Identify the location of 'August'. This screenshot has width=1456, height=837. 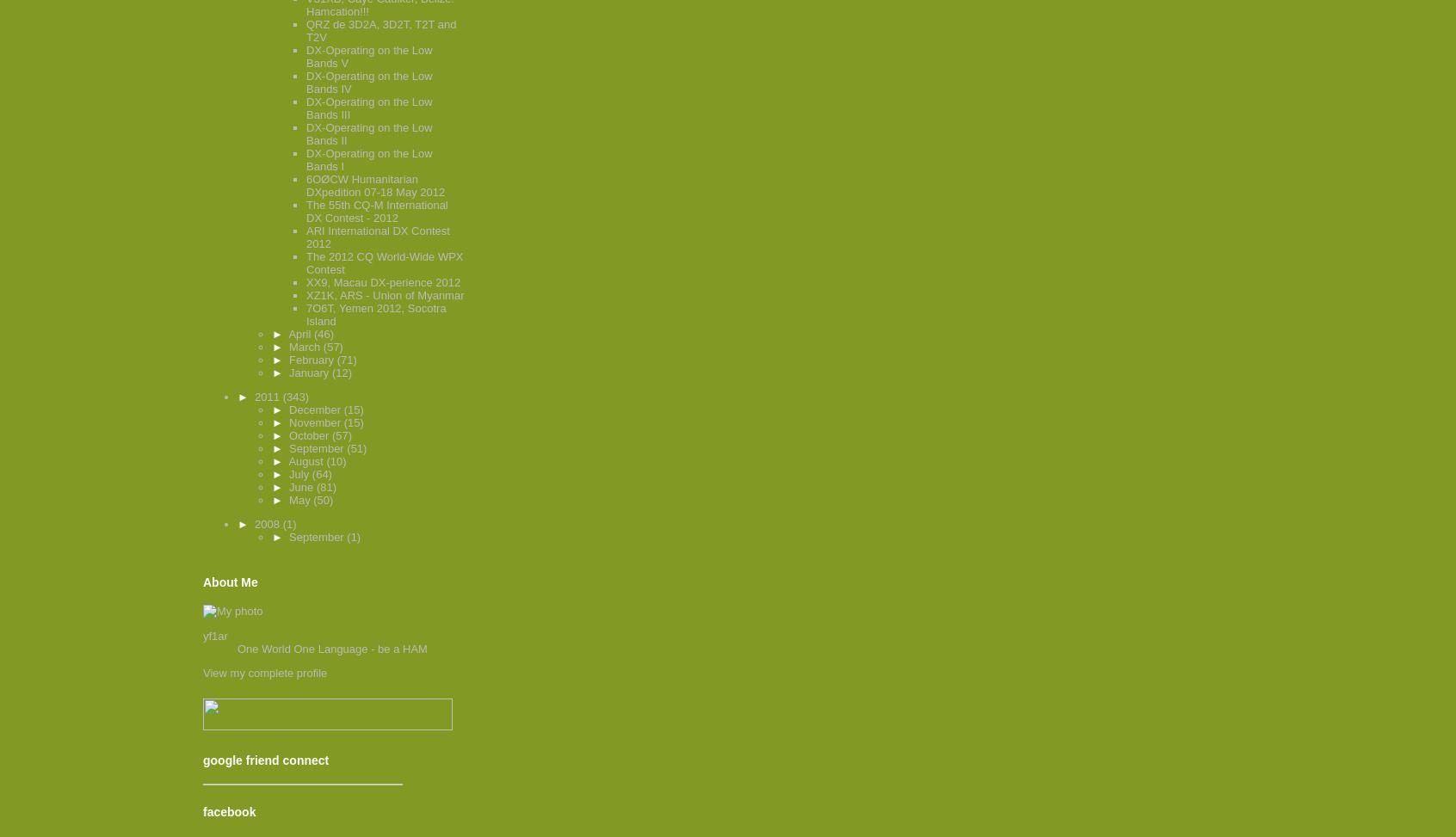
(307, 460).